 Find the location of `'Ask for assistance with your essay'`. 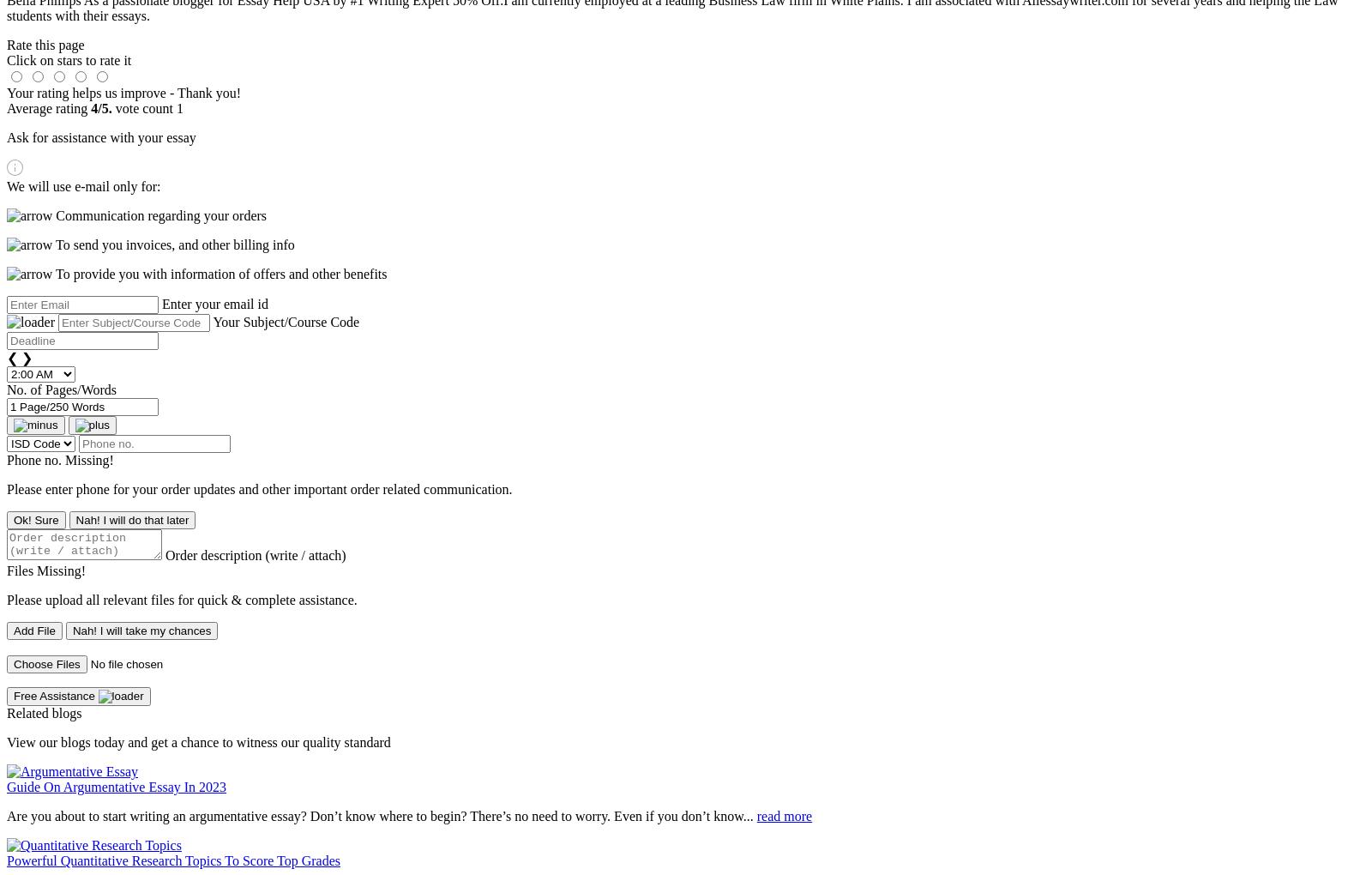

'Ask for assistance with your essay' is located at coordinates (6, 137).